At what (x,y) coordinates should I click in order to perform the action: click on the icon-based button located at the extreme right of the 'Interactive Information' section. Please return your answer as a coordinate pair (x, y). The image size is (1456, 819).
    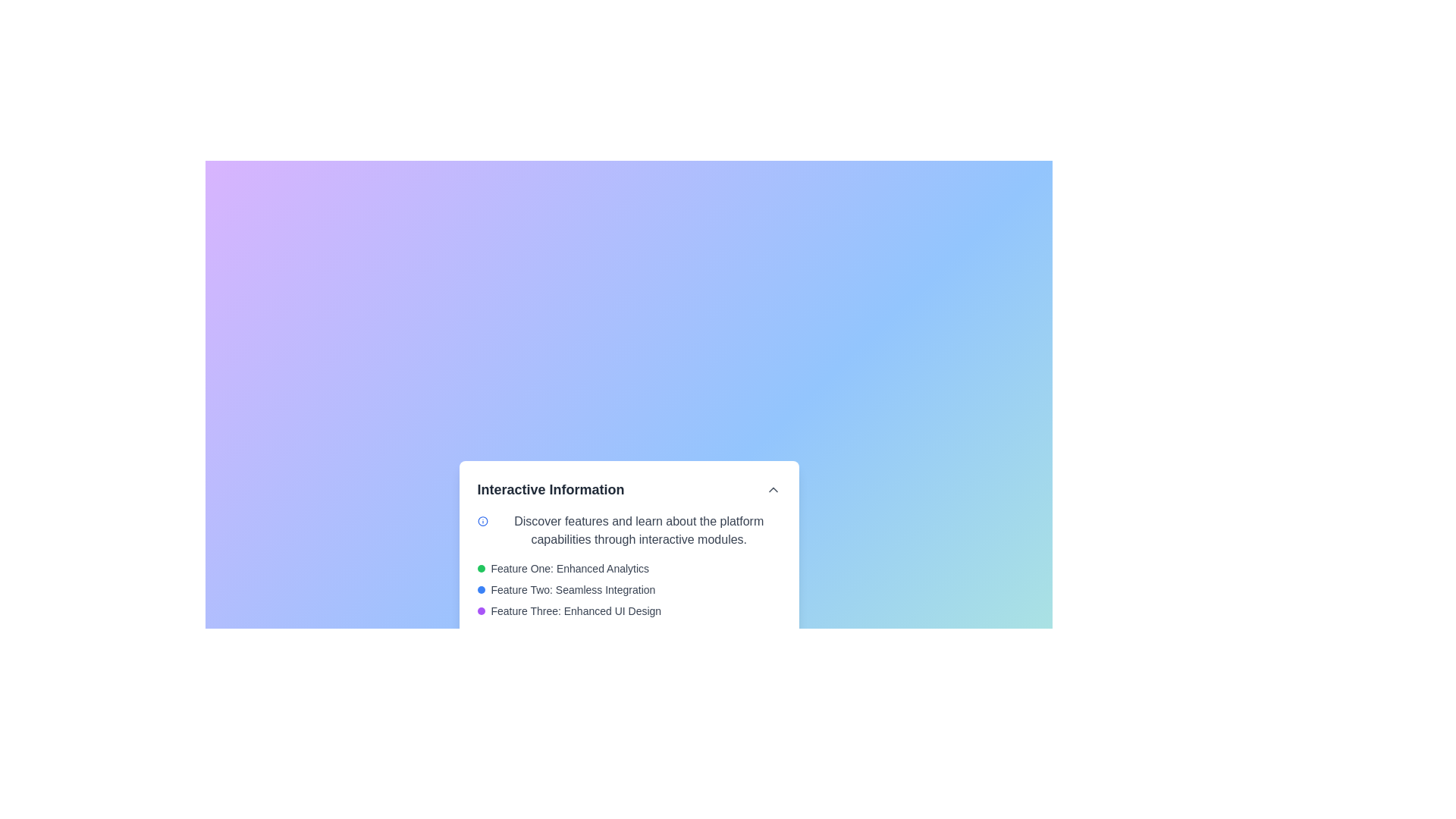
    Looking at the image, I should click on (773, 489).